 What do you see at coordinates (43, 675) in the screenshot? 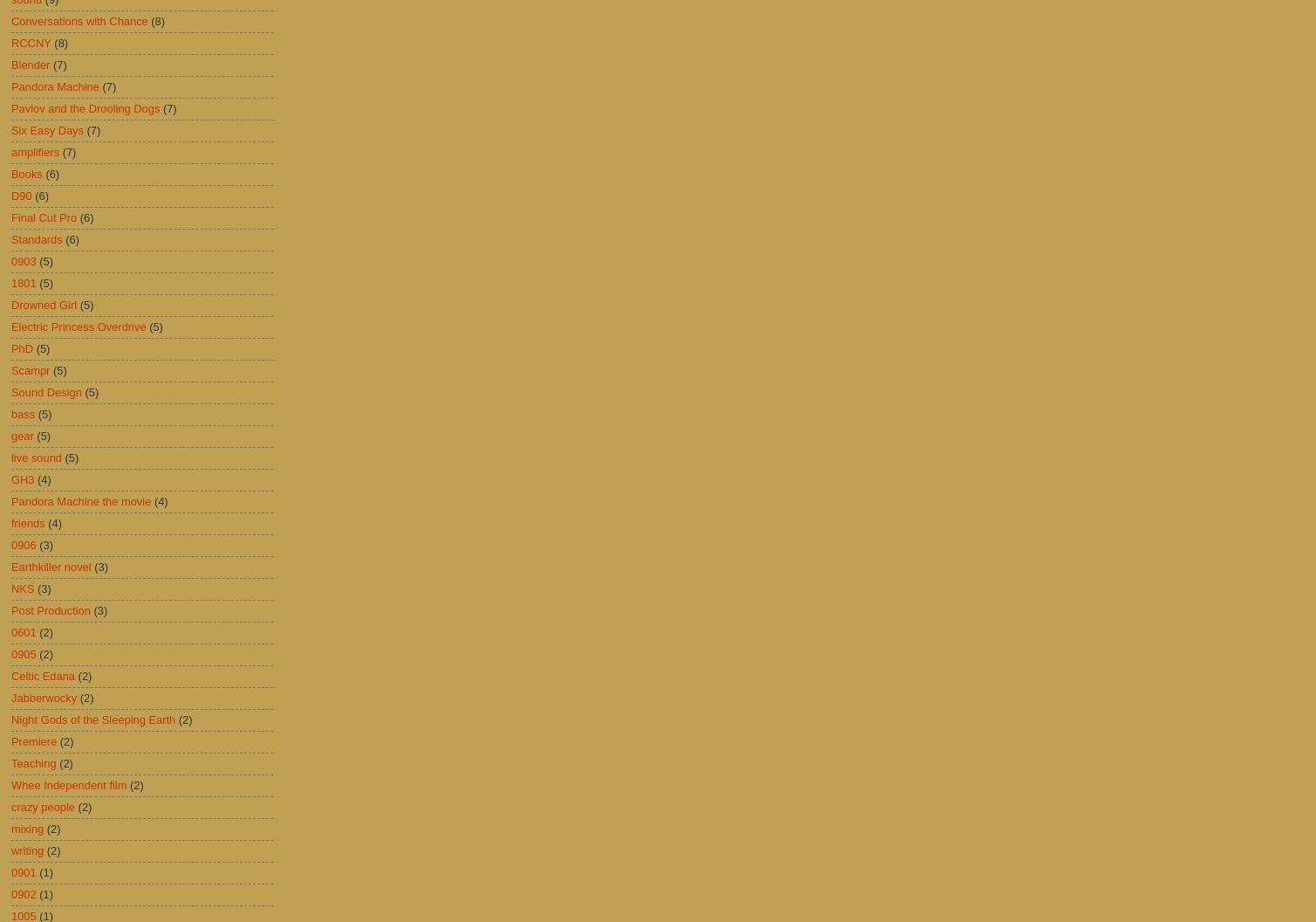
I see `'Celtic Edana'` at bounding box center [43, 675].